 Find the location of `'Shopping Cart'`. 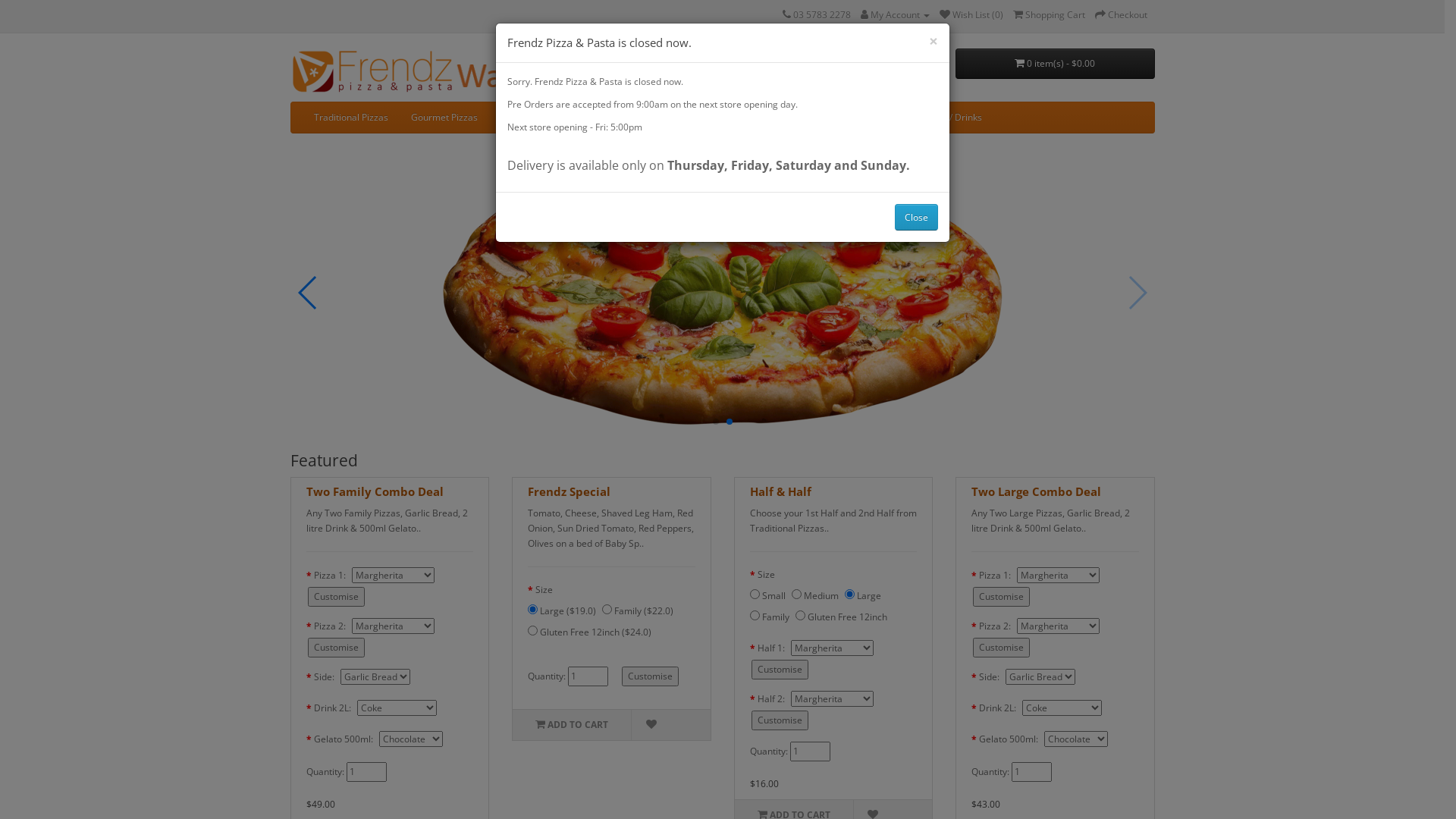

'Shopping Cart' is located at coordinates (1048, 14).